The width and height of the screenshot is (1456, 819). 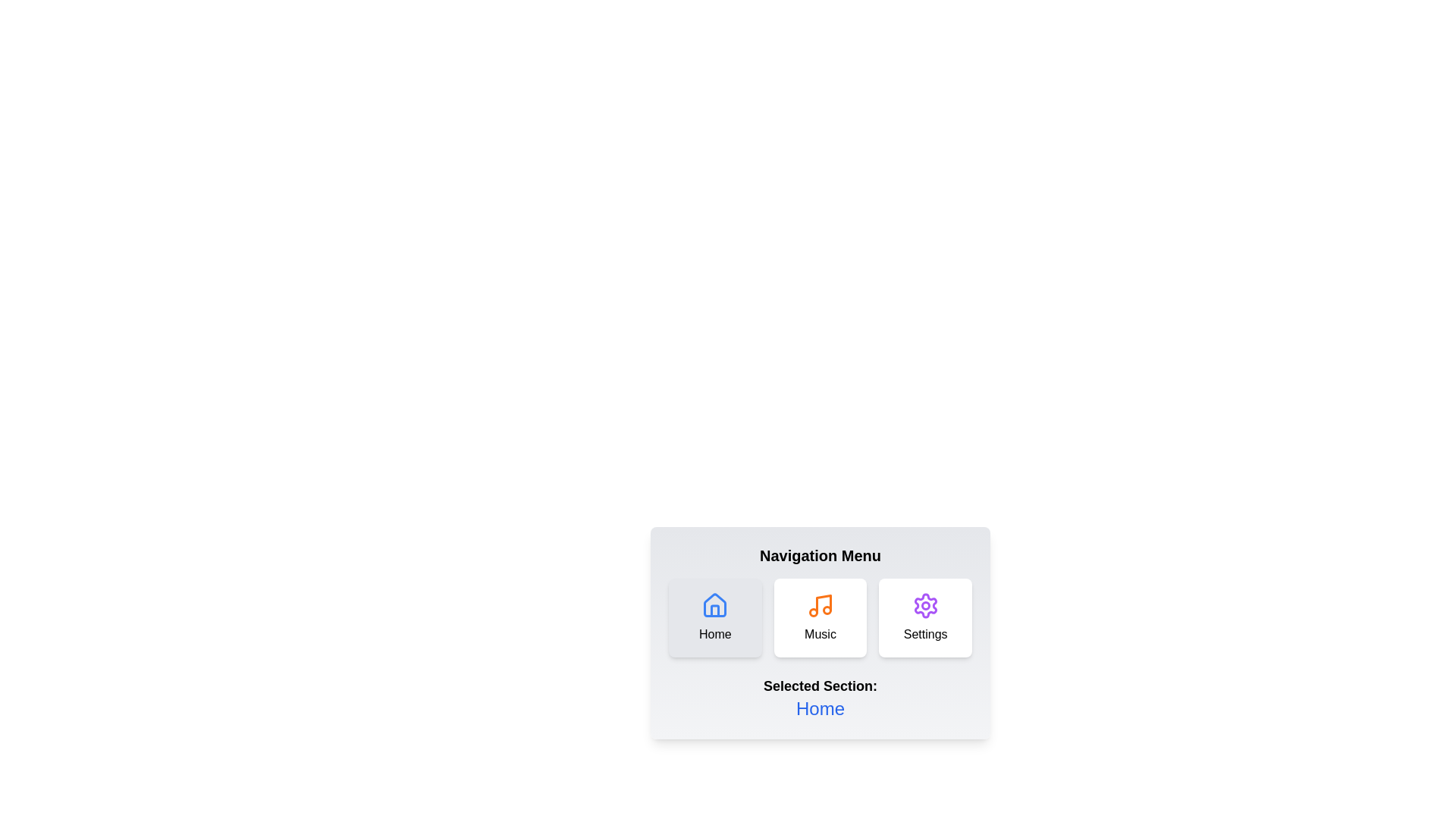 What do you see at coordinates (924, 617) in the screenshot?
I see `the Settings button to observe its hover effect` at bounding box center [924, 617].